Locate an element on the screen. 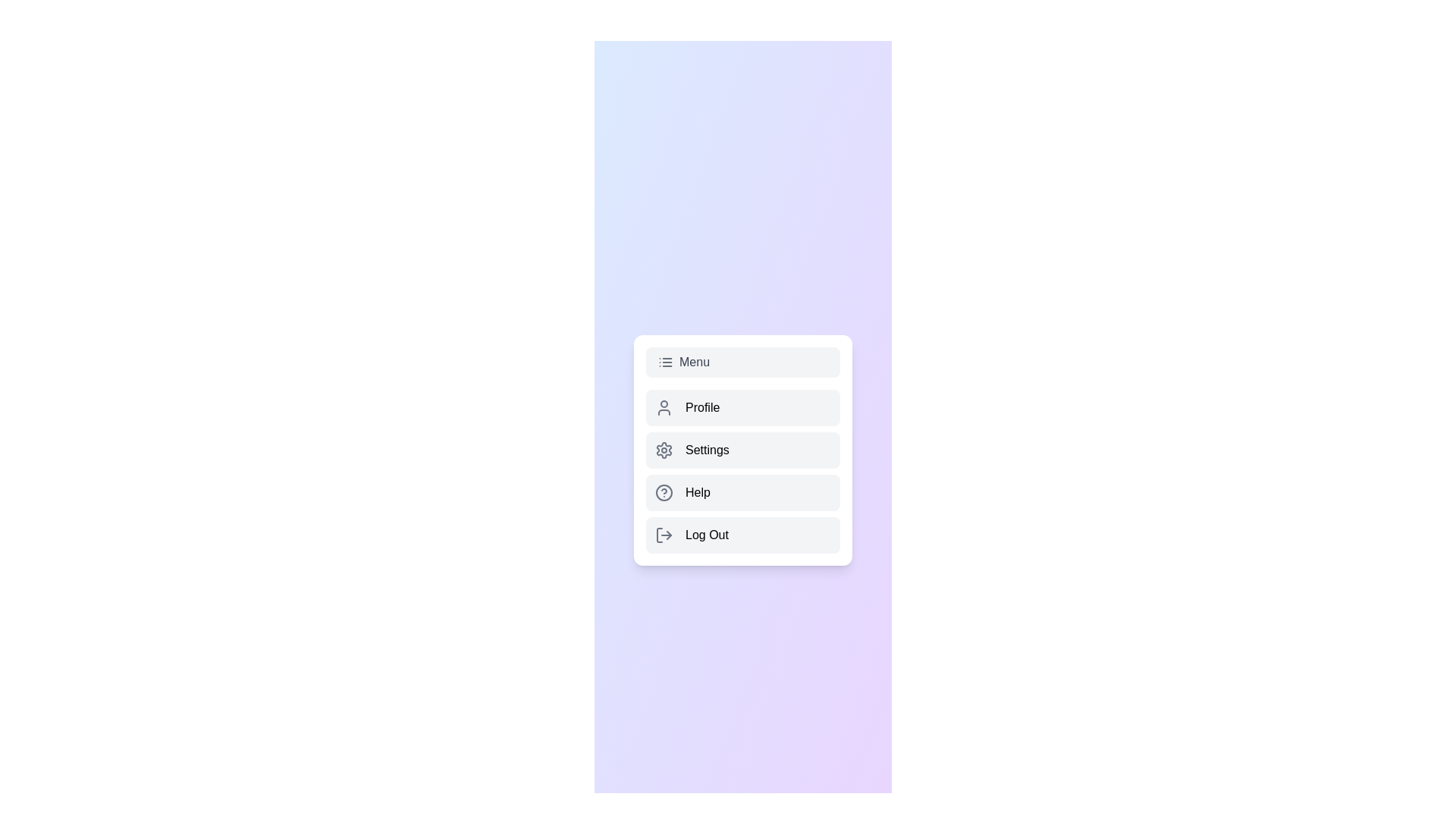 The width and height of the screenshot is (1456, 819). the 'Help' button in the menu is located at coordinates (742, 493).